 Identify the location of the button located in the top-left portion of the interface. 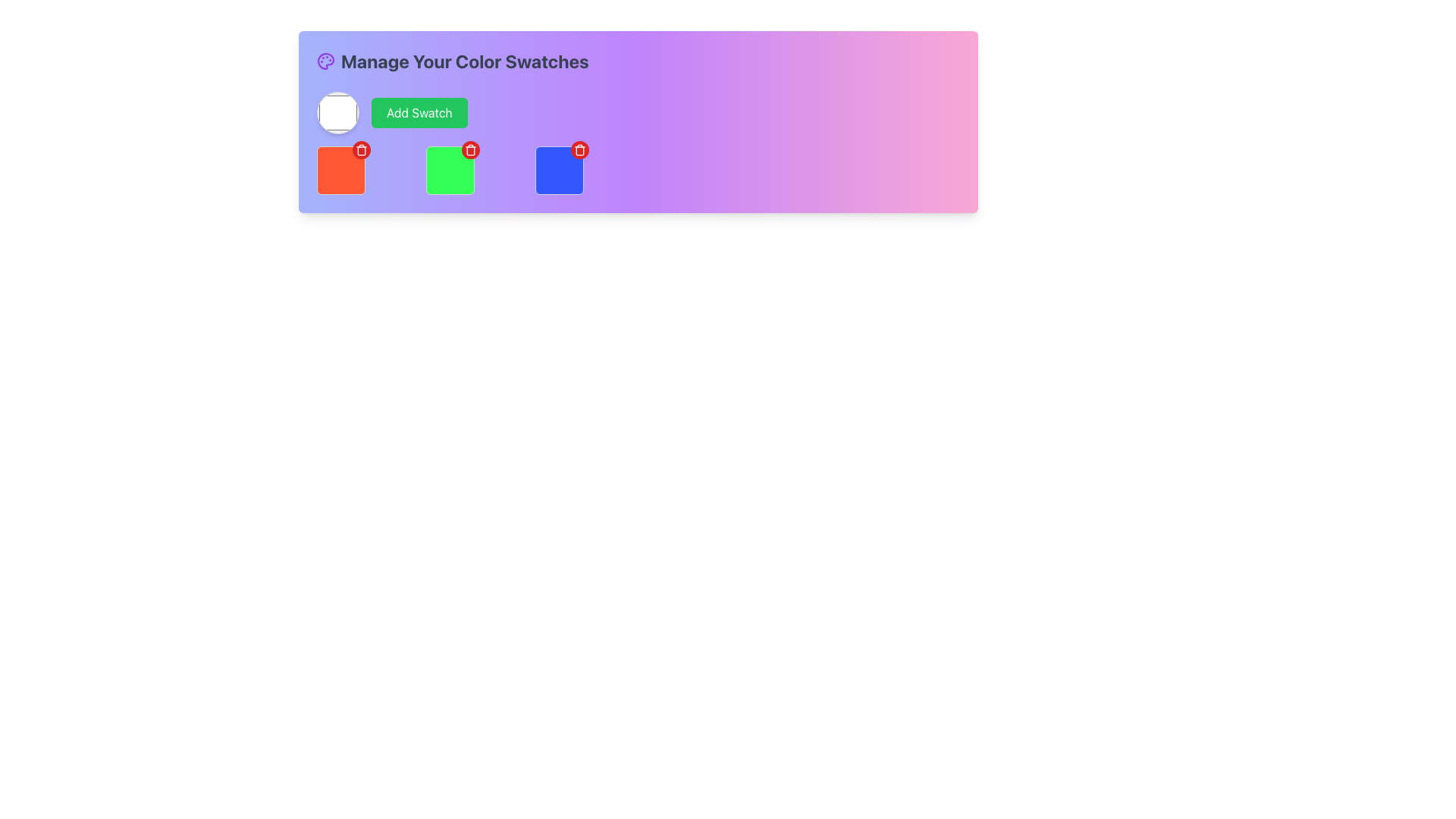
(419, 112).